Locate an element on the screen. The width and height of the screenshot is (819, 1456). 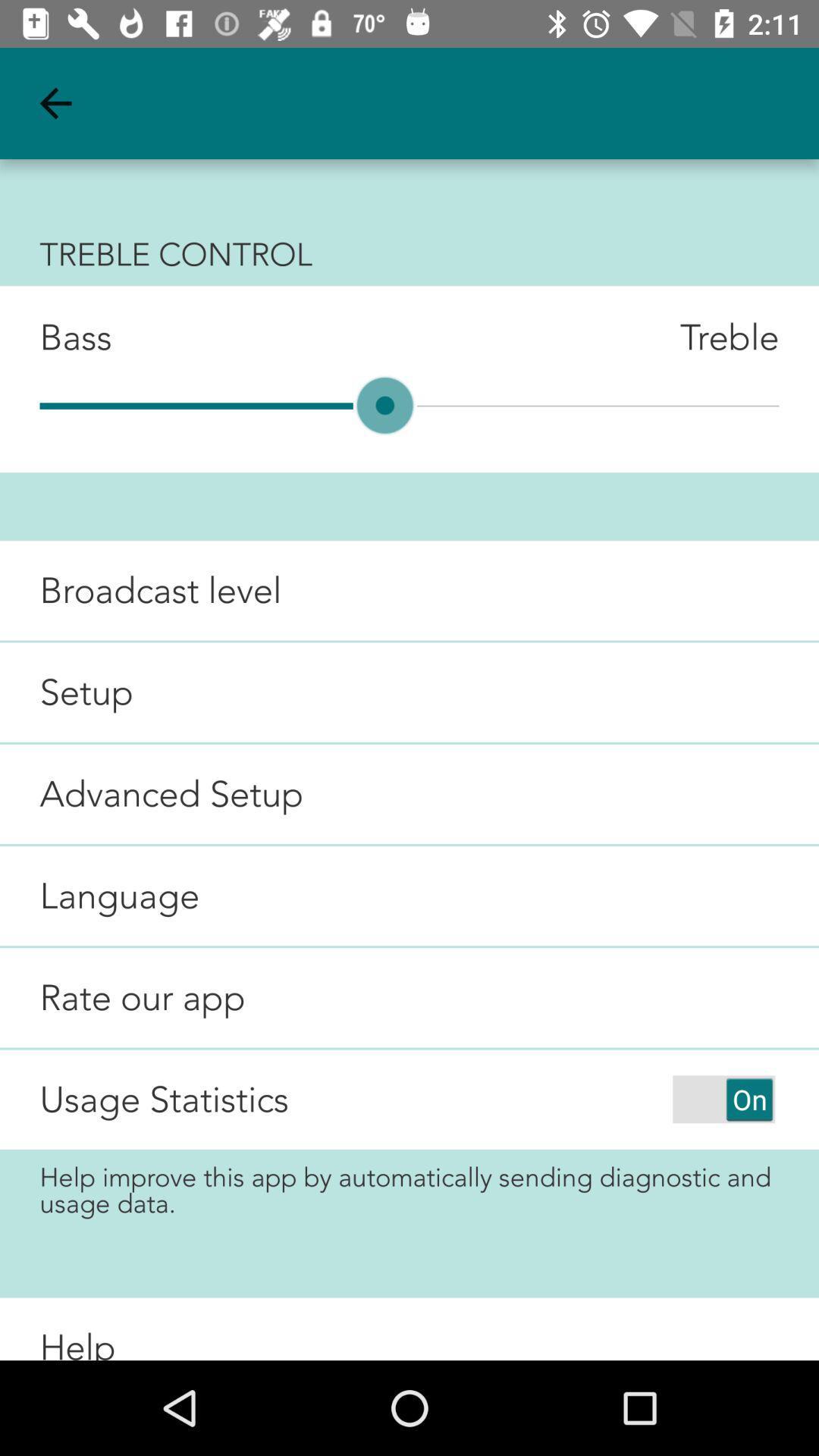
icon to the right of the usage statistics is located at coordinates (723, 1099).